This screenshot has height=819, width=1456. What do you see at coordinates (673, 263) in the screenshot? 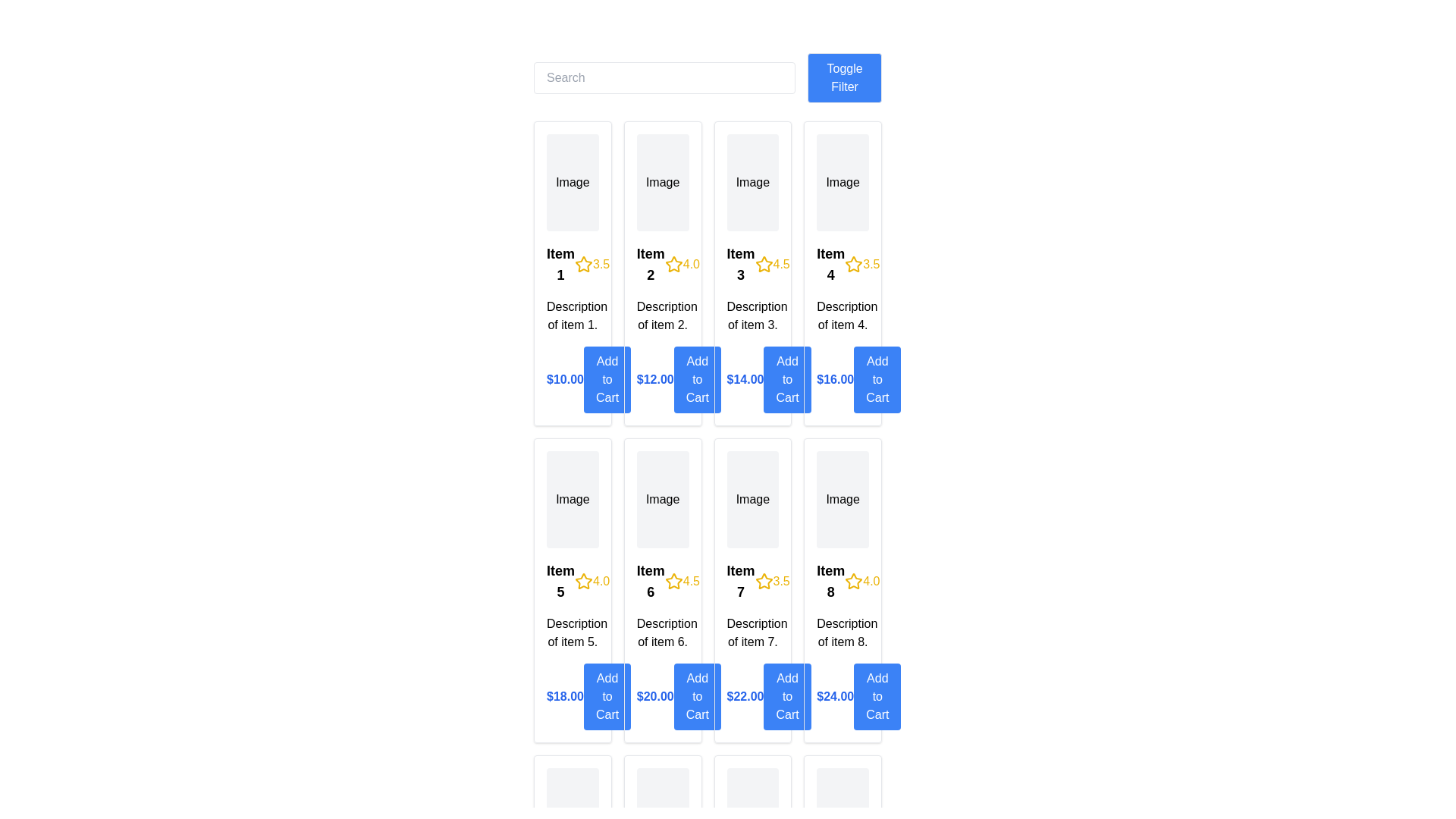
I see `the yellow five-pointed star icon used for rating, which is located in the second item card between the item's title and description` at bounding box center [673, 263].